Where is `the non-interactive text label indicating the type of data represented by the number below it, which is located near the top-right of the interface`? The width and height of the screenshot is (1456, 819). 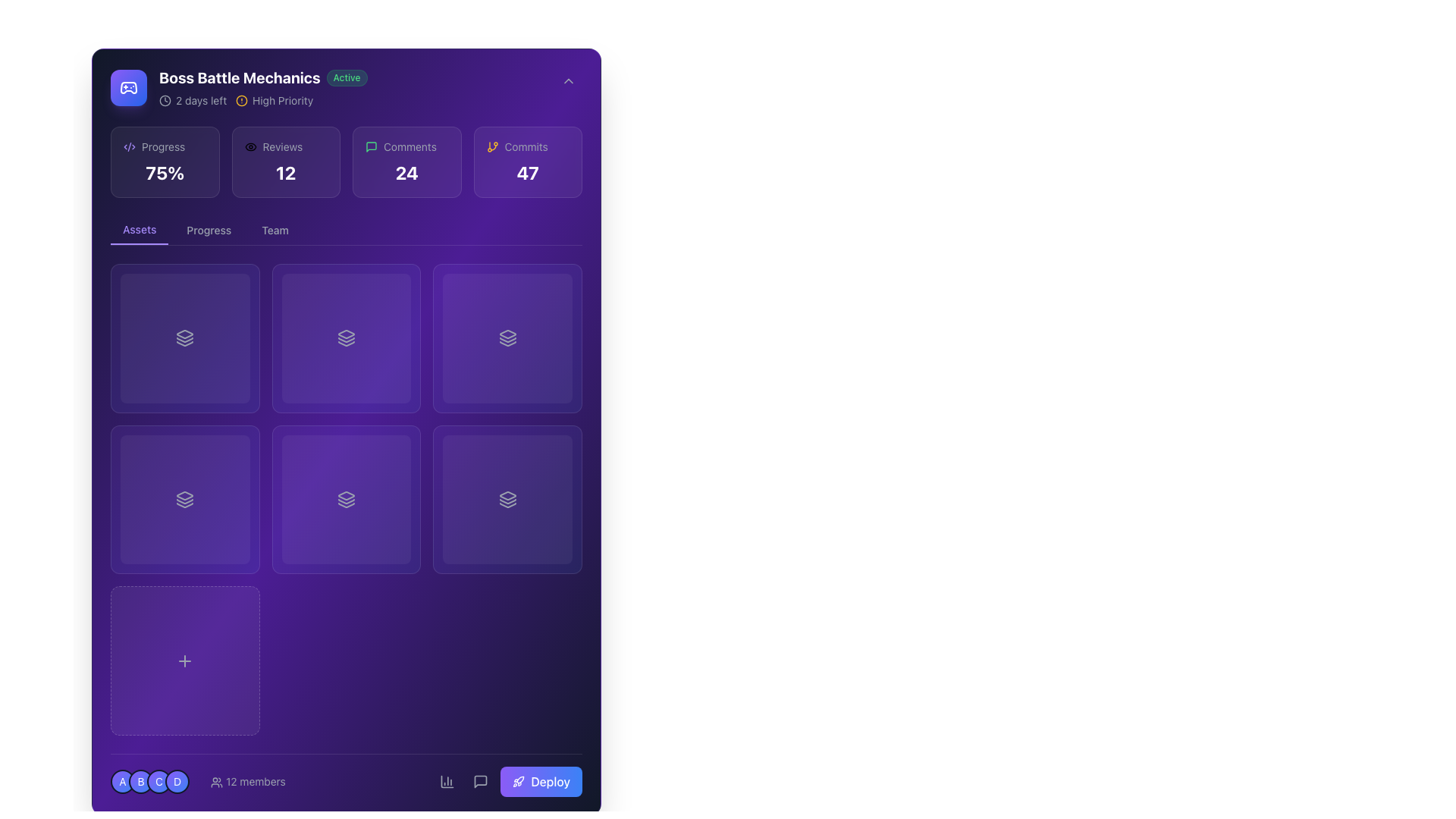
the non-interactive text label indicating the type of data represented by the number below it, which is located near the top-right of the interface is located at coordinates (526, 146).